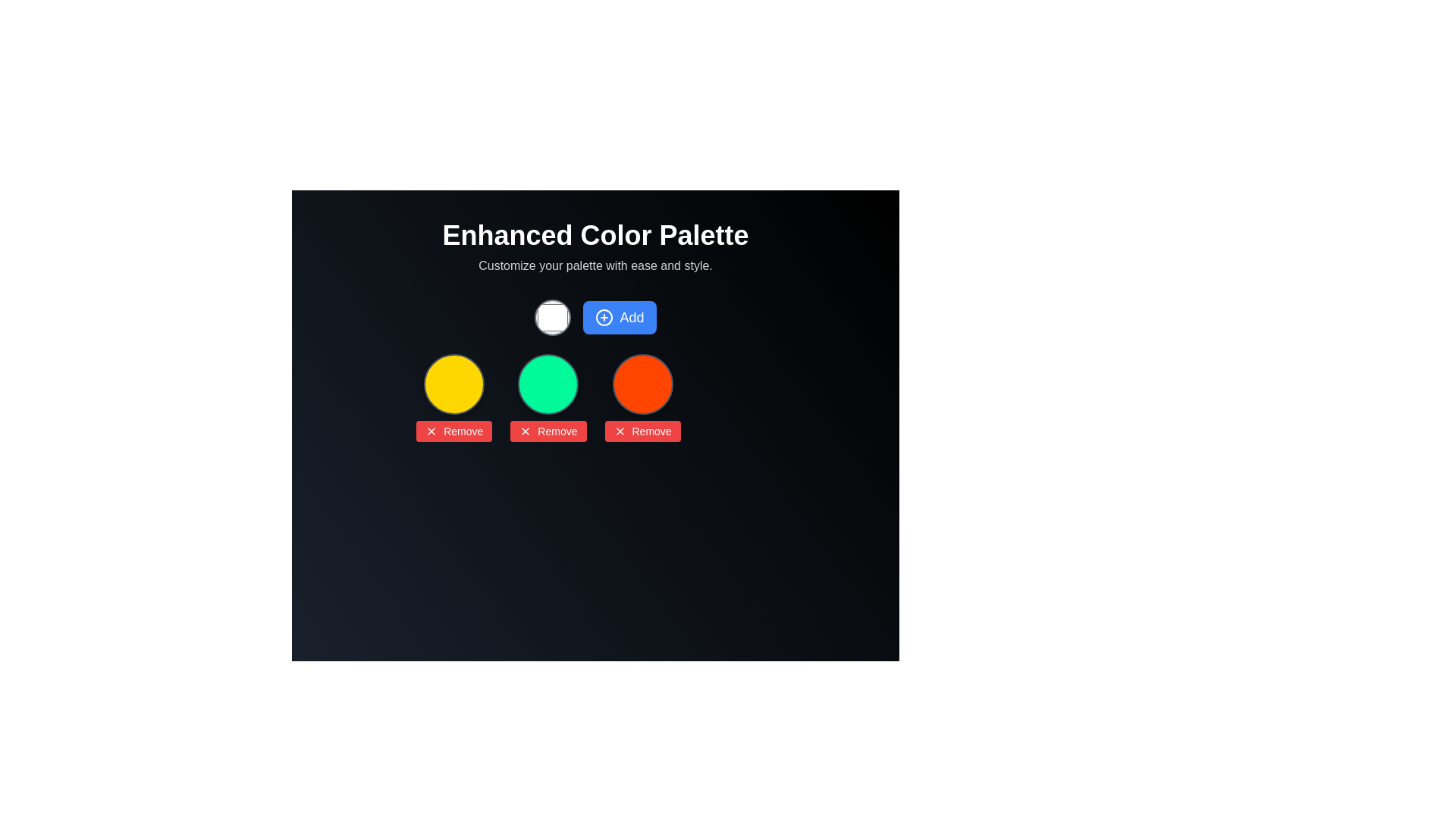 This screenshot has height=819, width=1456. What do you see at coordinates (595, 265) in the screenshot?
I see `text element that says 'Customize your palette with ease and style.' which is located beneath 'Enhanced Color Palette' and is styled subtly in gray color` at bounding box center [595, 265].